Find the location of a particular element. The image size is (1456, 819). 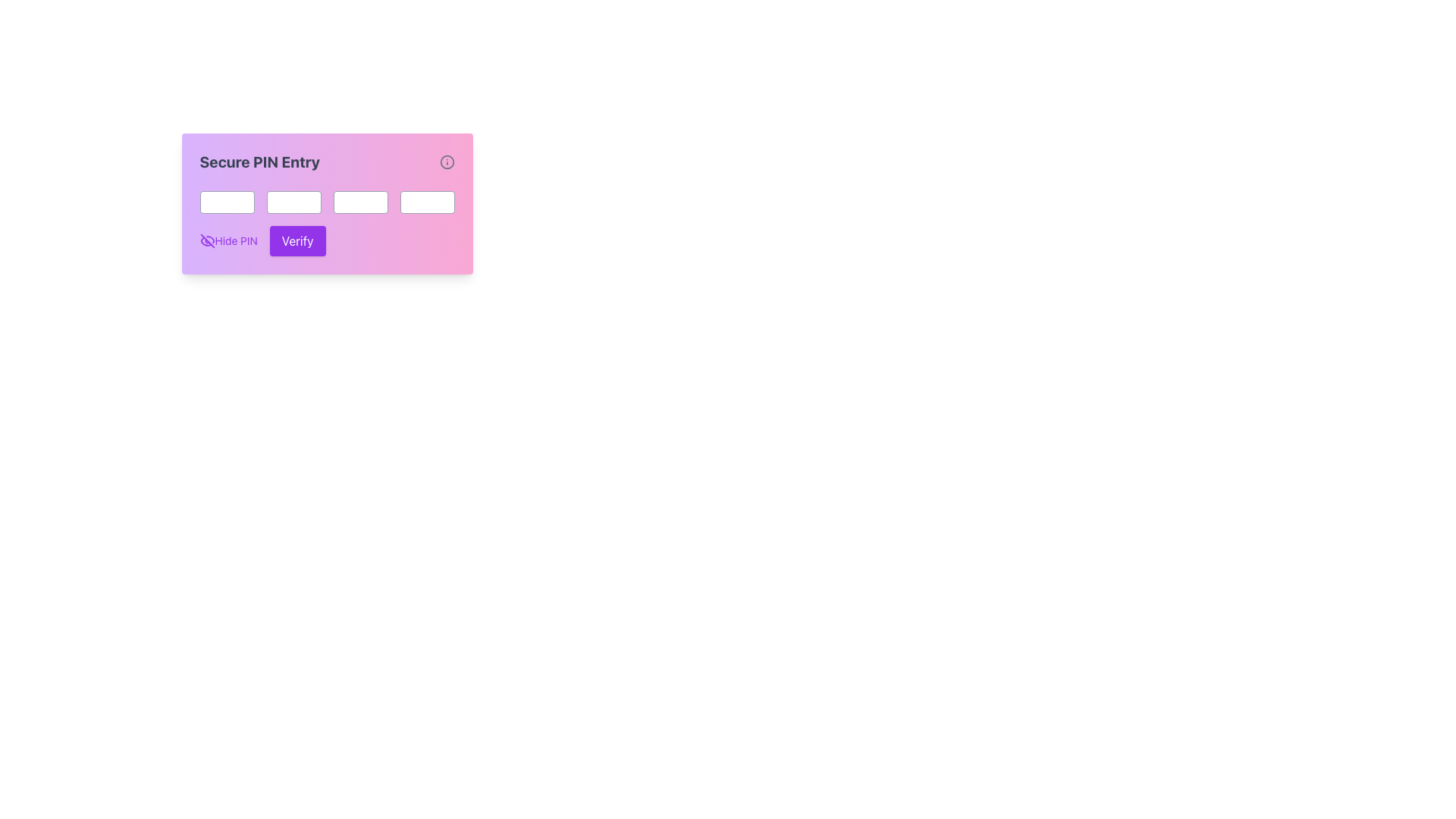

the purple eye-off icon button is located at coordinates (206, 240).